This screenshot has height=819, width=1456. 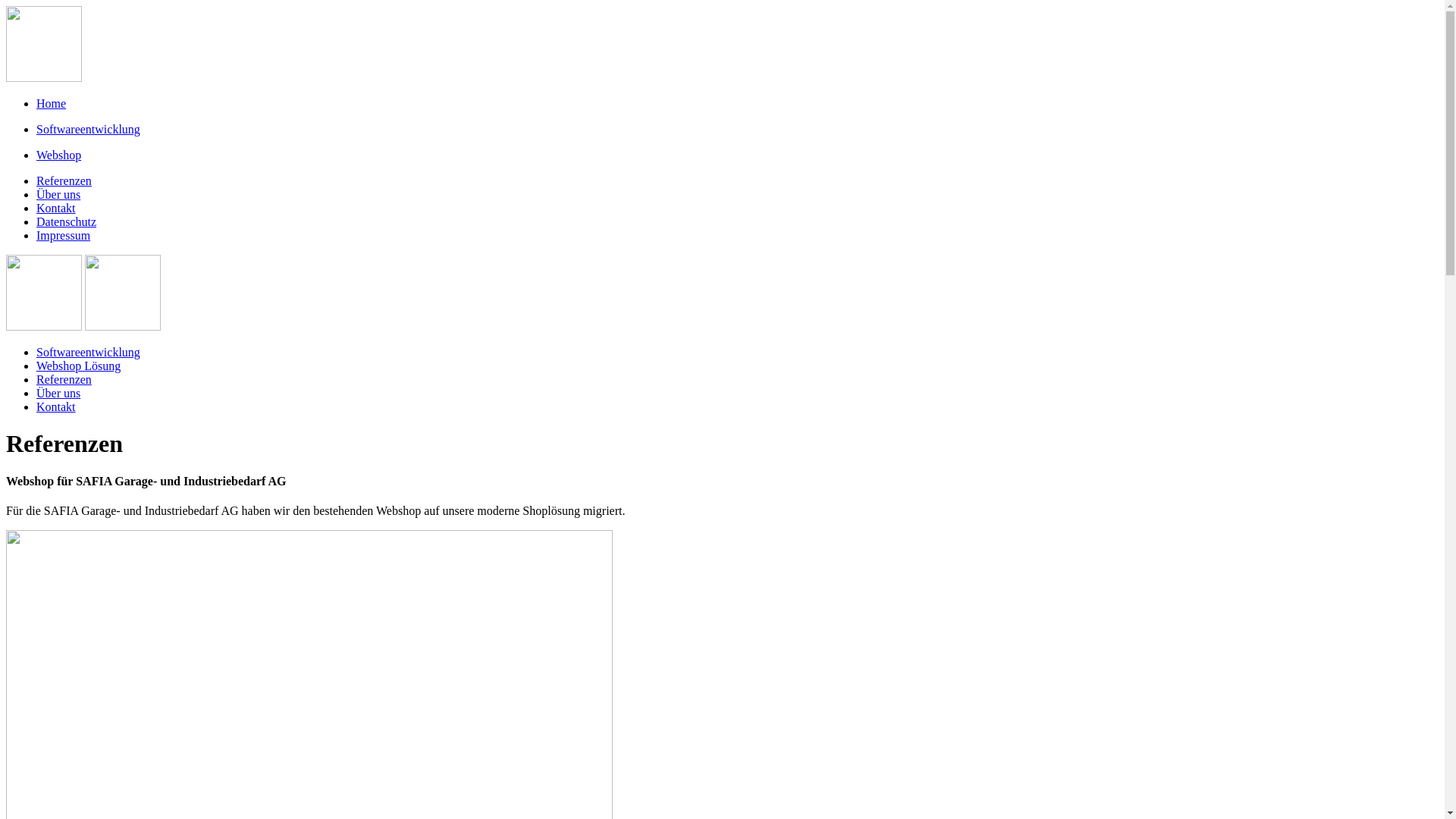 What do you see at coordinates (65, 221) in the screenshot?
I see `'Datenschutz'` at bounding box center [65, 221].